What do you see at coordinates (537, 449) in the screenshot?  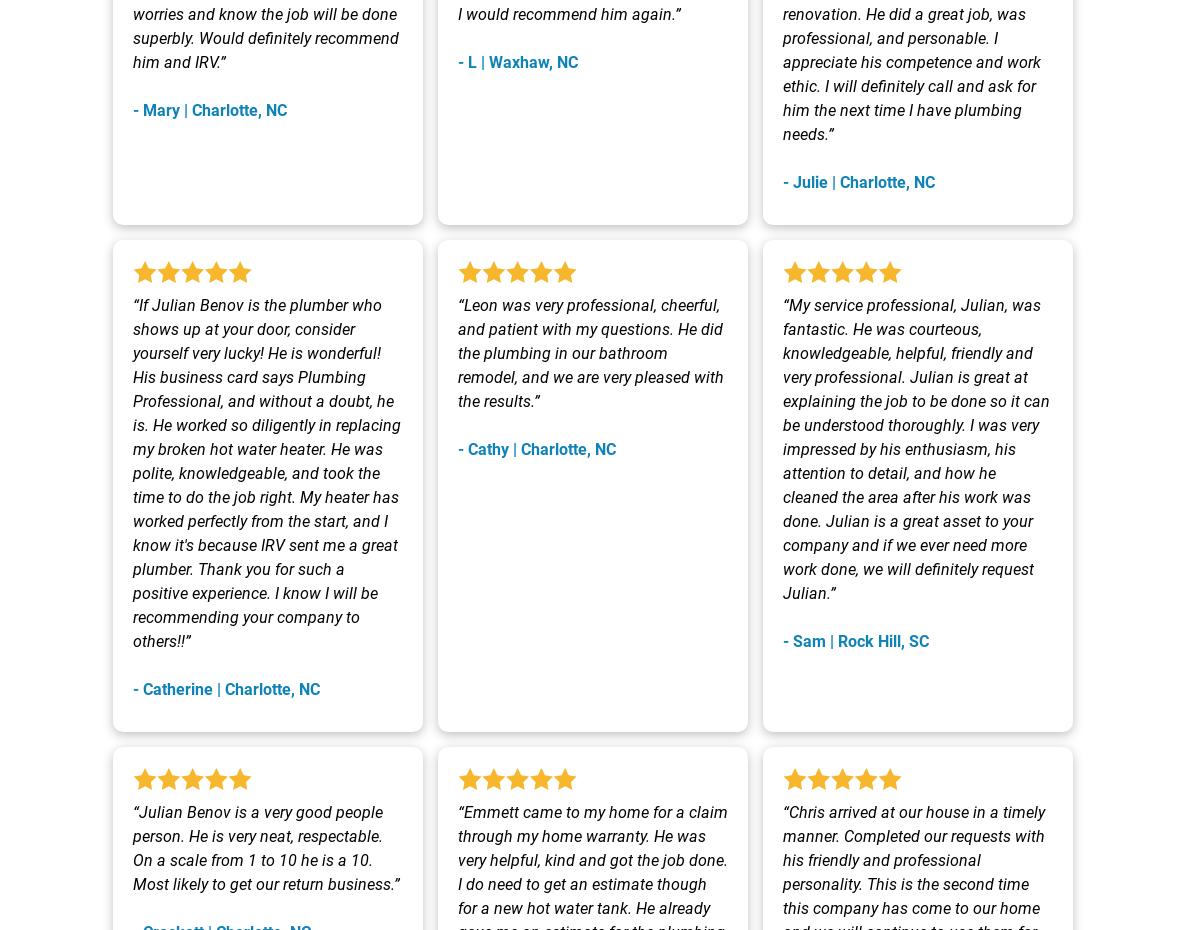 I see `'- Cathy | Charlotte, NC'` at bounding box center [537, 449].